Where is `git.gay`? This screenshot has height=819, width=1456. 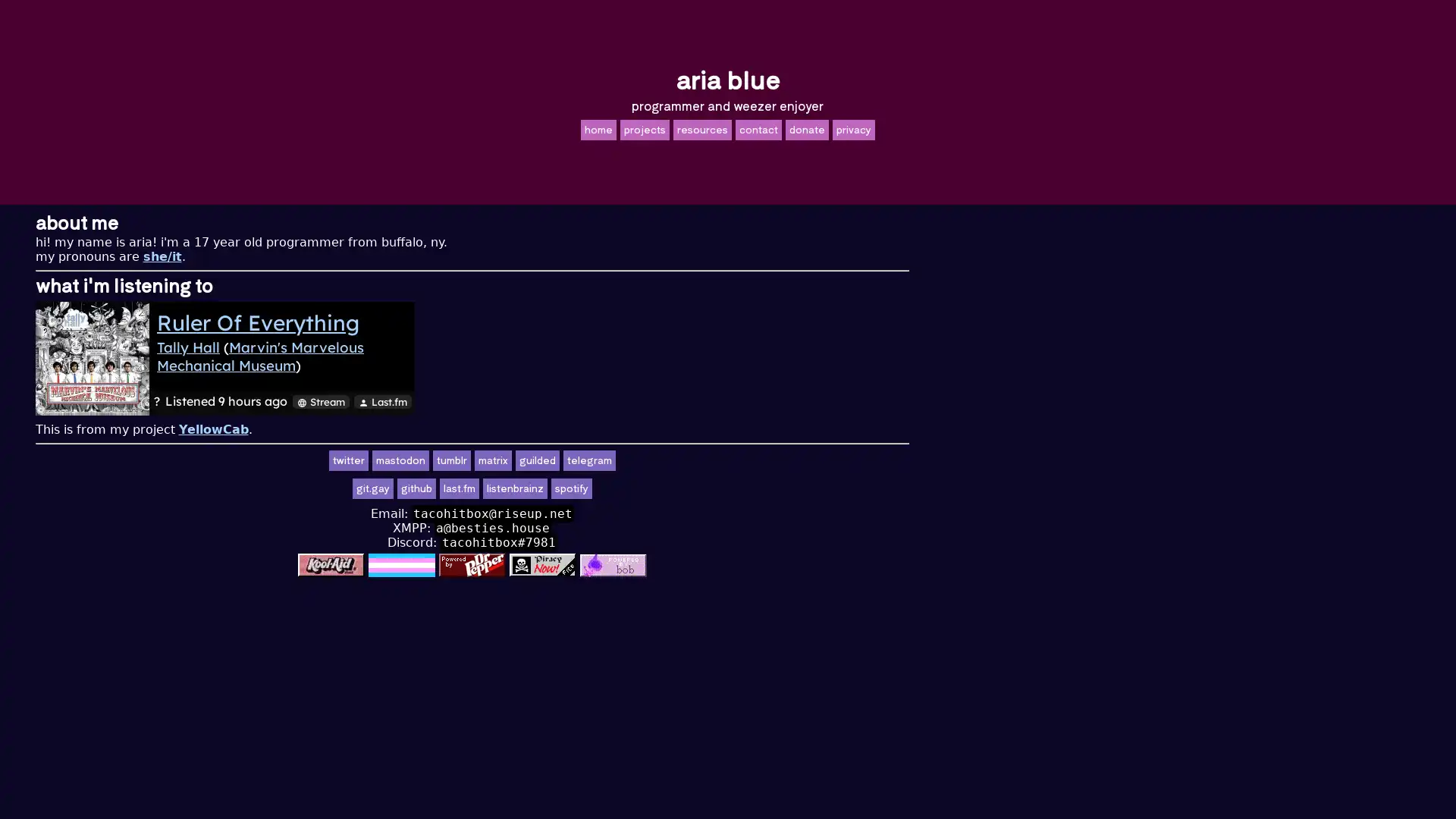 git.gay is located at coordinates (629, 488).